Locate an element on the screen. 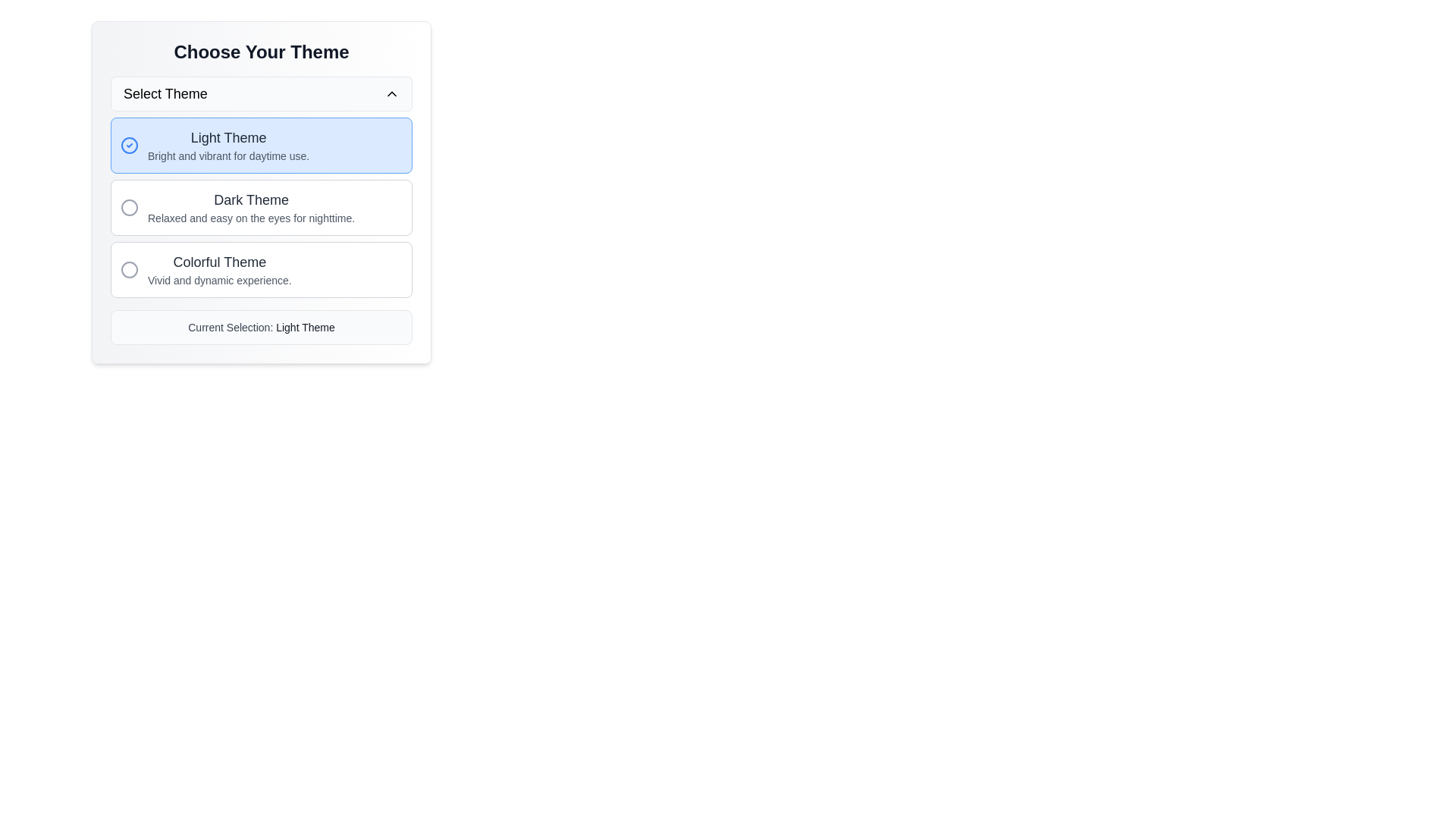 This screenshot has height=819, width=1456. the center of the Radio button indicator (icon) is located at coordinates (130, 207).